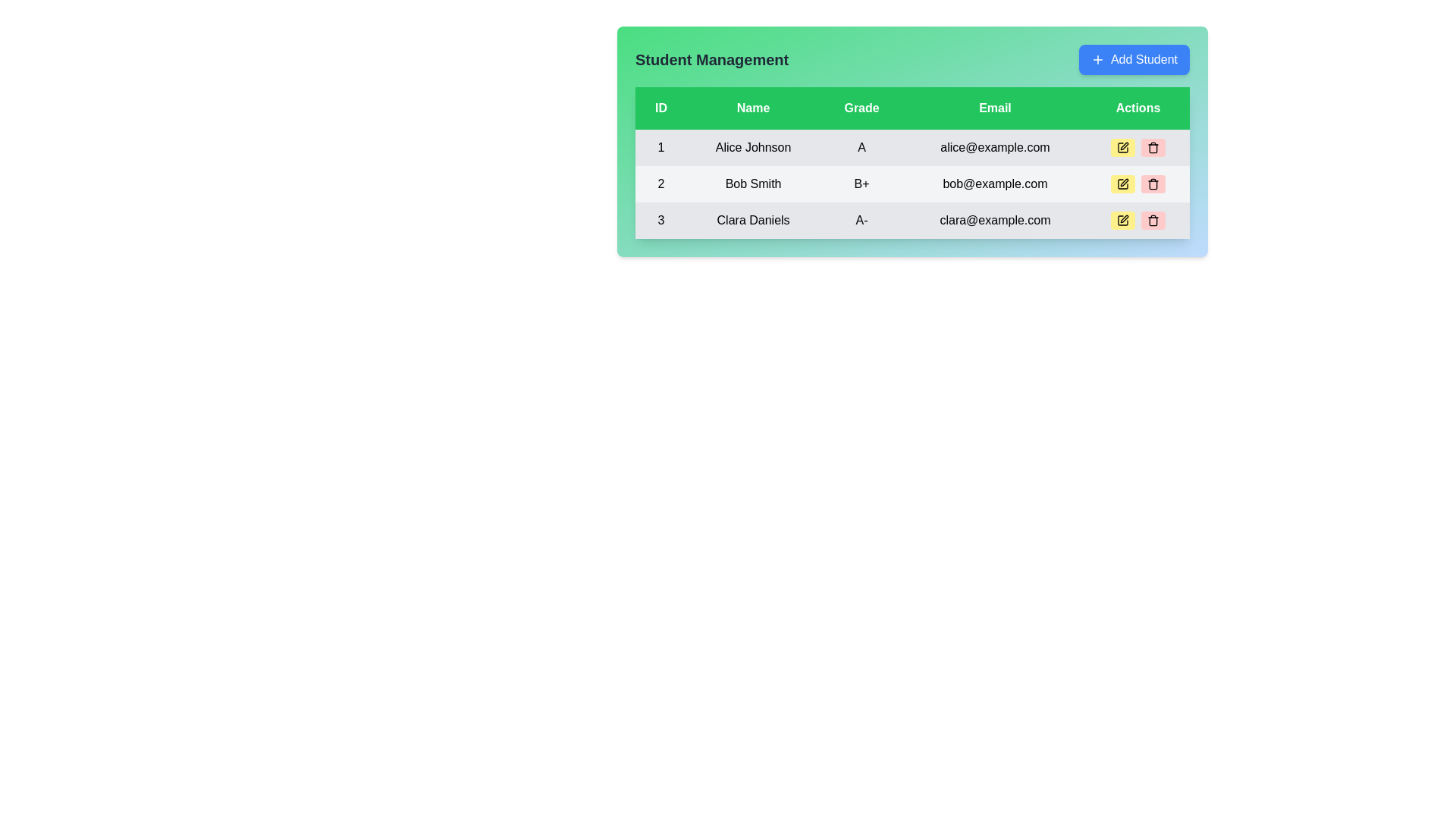 The width and height of the screenshot is (1456, 819). I want to click on the delete button in the Action group for the student 'Alice Johnson' in the first row of the table, so click(1137, 148).